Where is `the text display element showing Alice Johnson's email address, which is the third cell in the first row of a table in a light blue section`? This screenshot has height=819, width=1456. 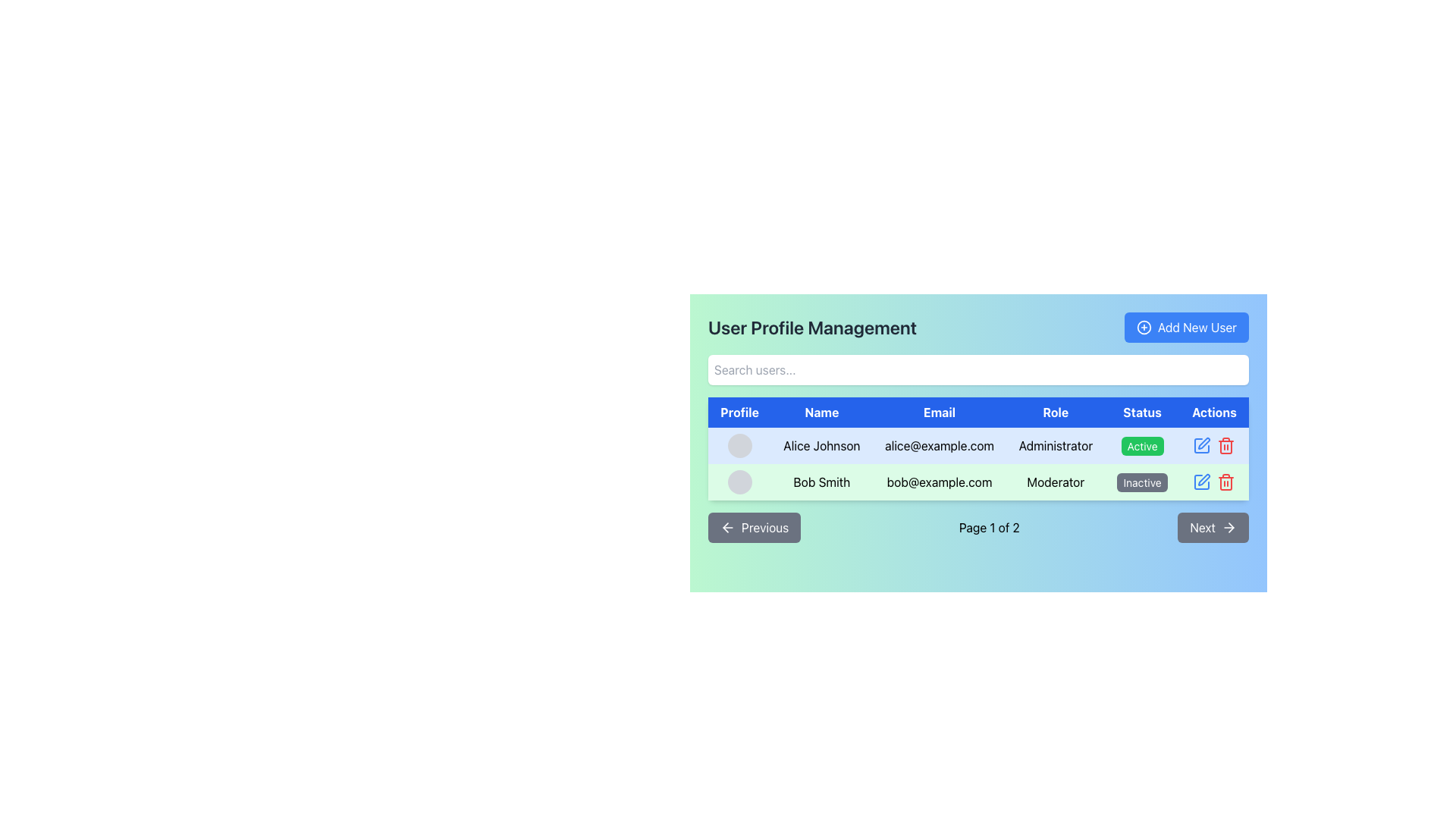 the text display element showing Alice Johnson's email address, which is the third cell in the first row of a table in a light blue section is located at coordinates (938, 444).